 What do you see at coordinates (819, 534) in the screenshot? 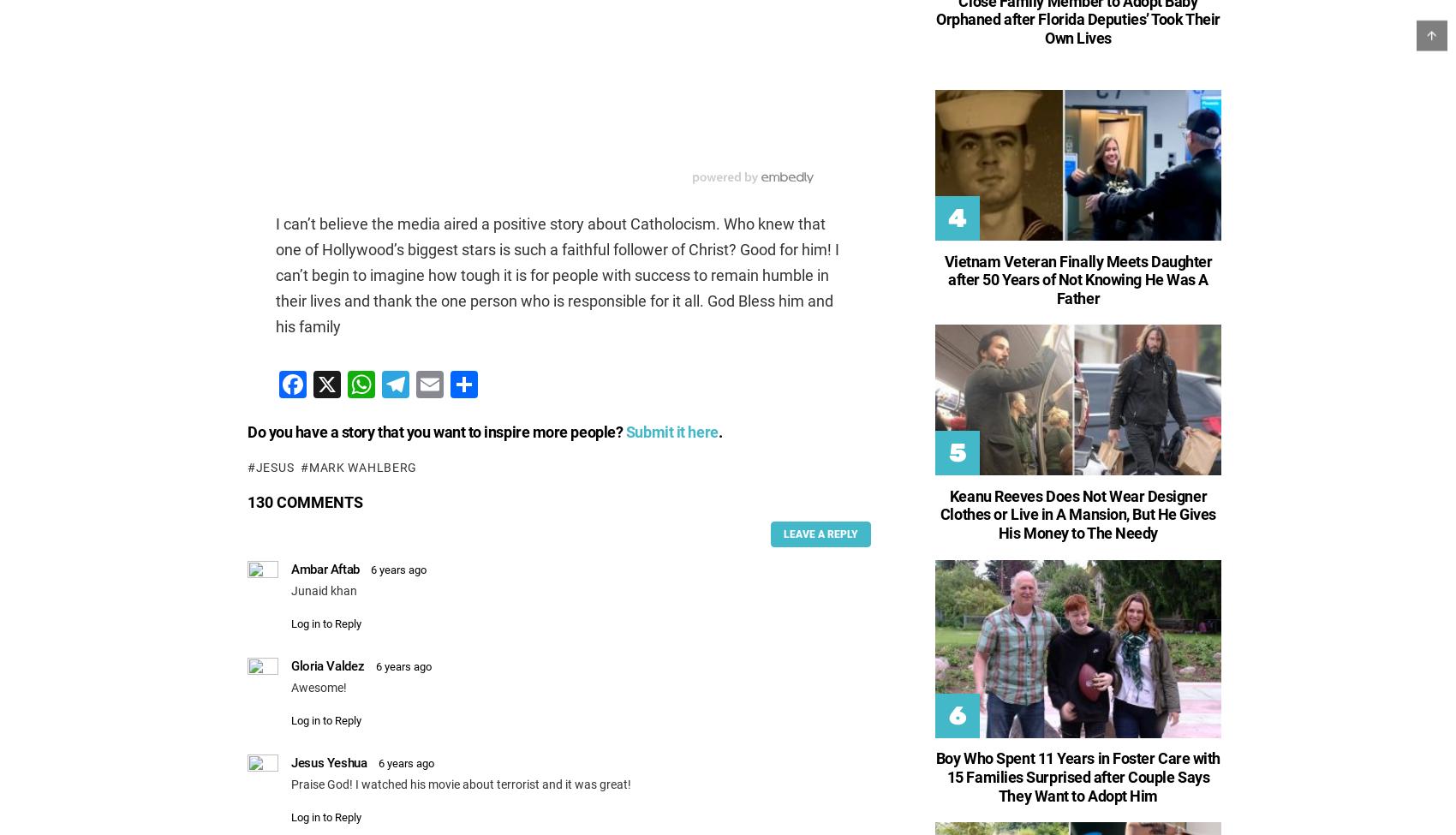
I see `'Leave a Reply'` at bounding box center [819, 534].